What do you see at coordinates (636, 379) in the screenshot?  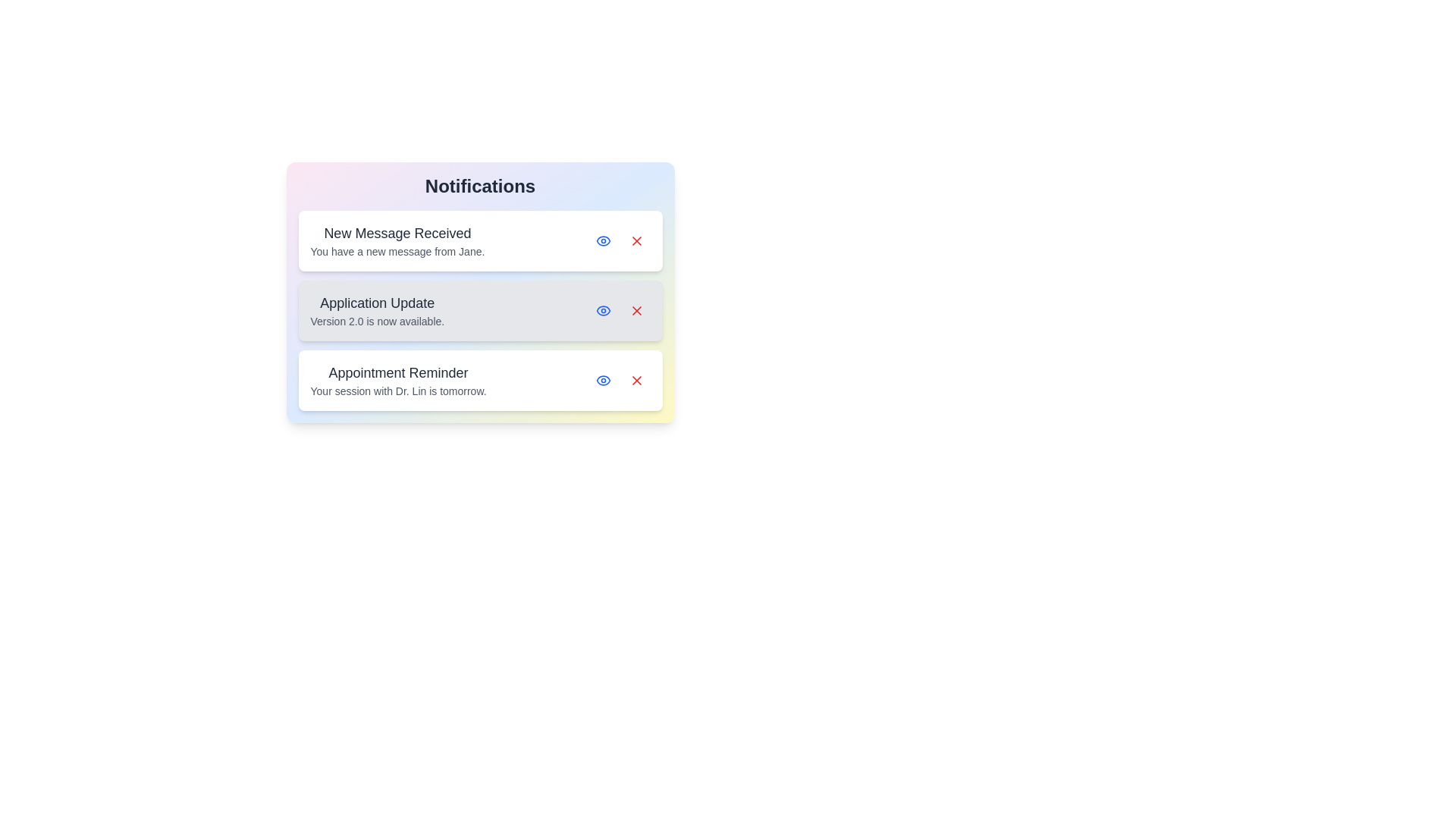 I see `the delete button of the notification titled 'Appointment Reminder'` at bounding box center [636, 379].